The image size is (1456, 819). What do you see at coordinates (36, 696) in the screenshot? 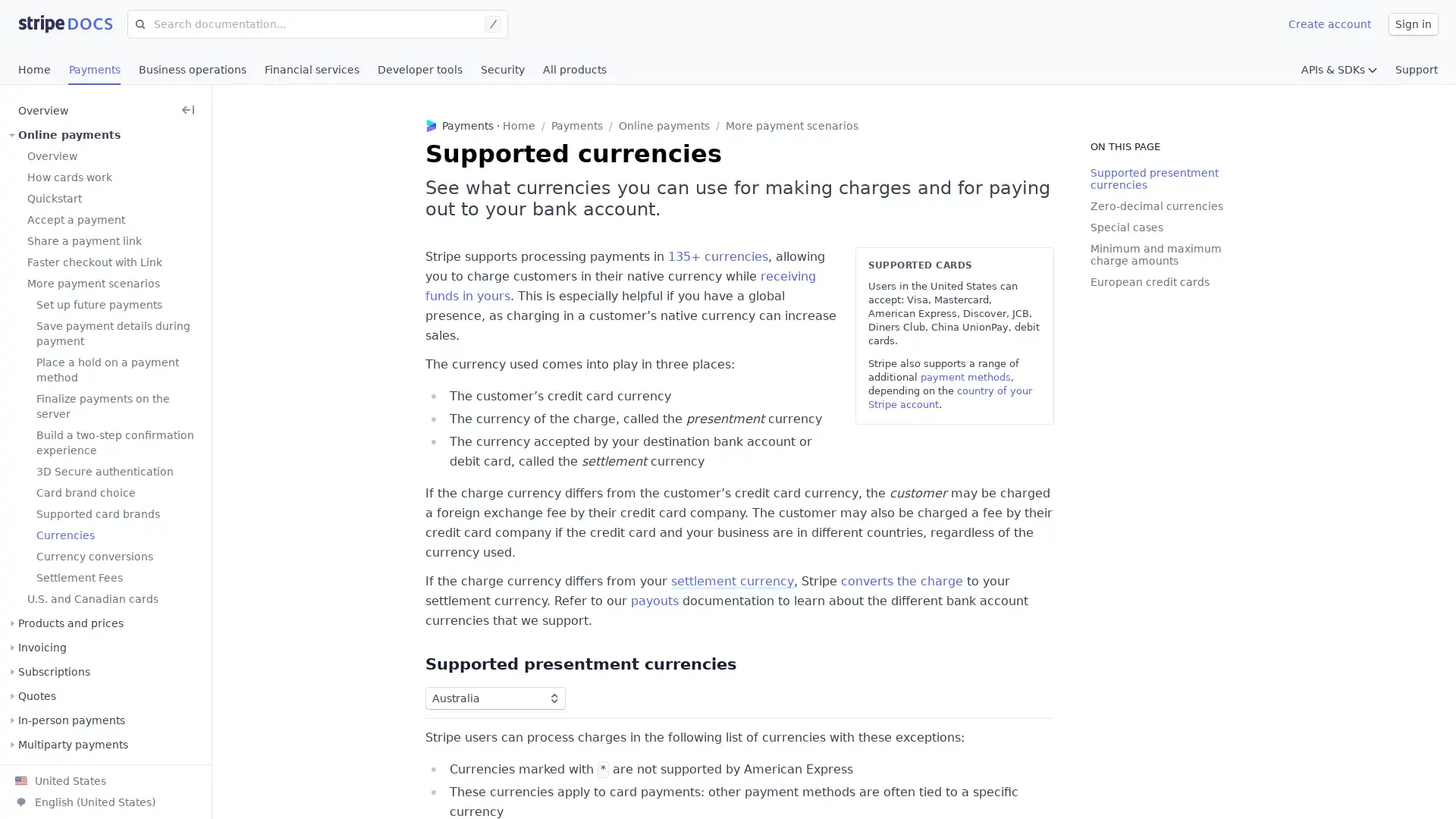
I see `Quotes` at bounding box center [36, 696].